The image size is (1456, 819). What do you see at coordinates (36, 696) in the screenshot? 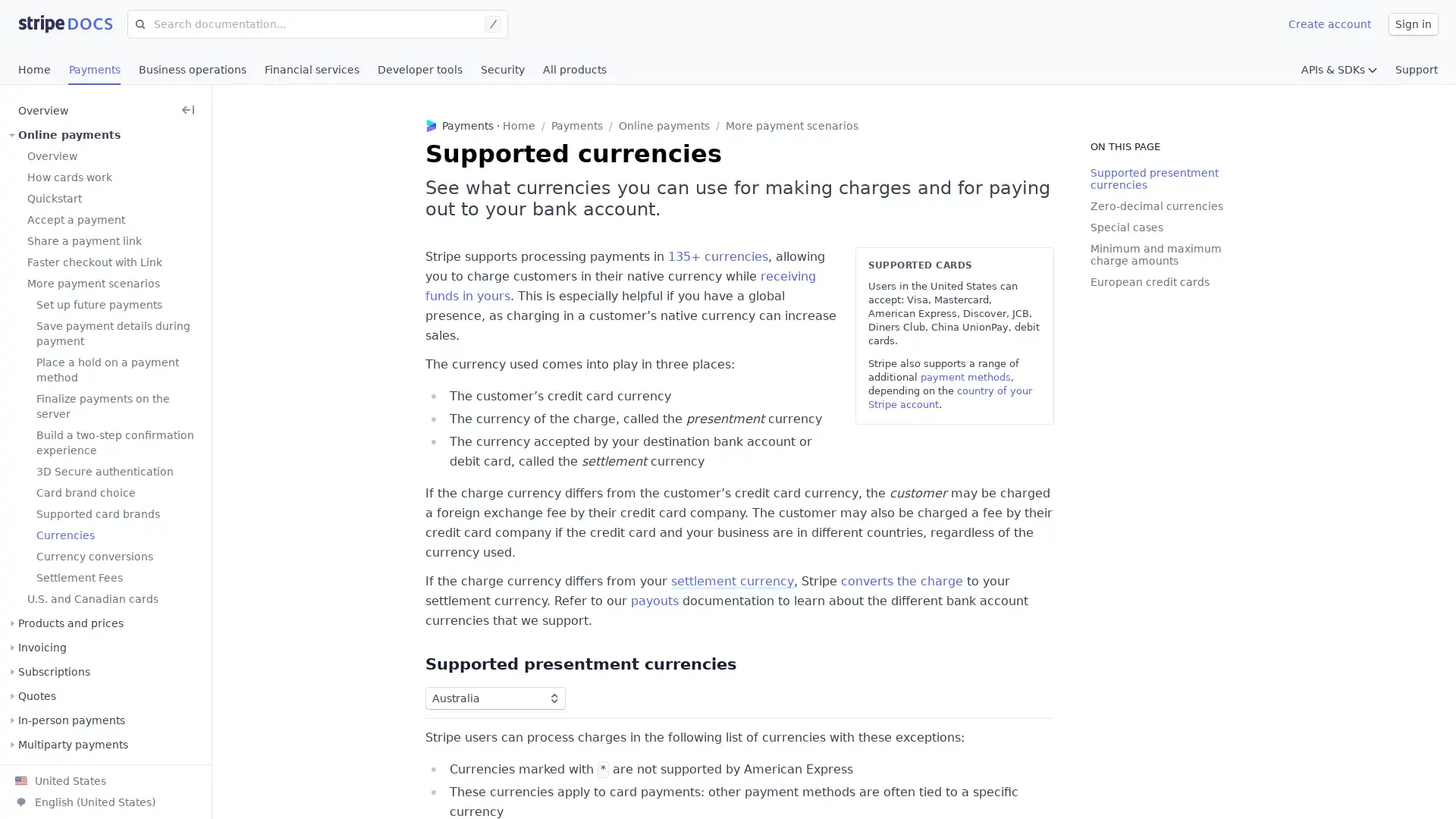
I see `Quotes` at bounding box center [36, 696].